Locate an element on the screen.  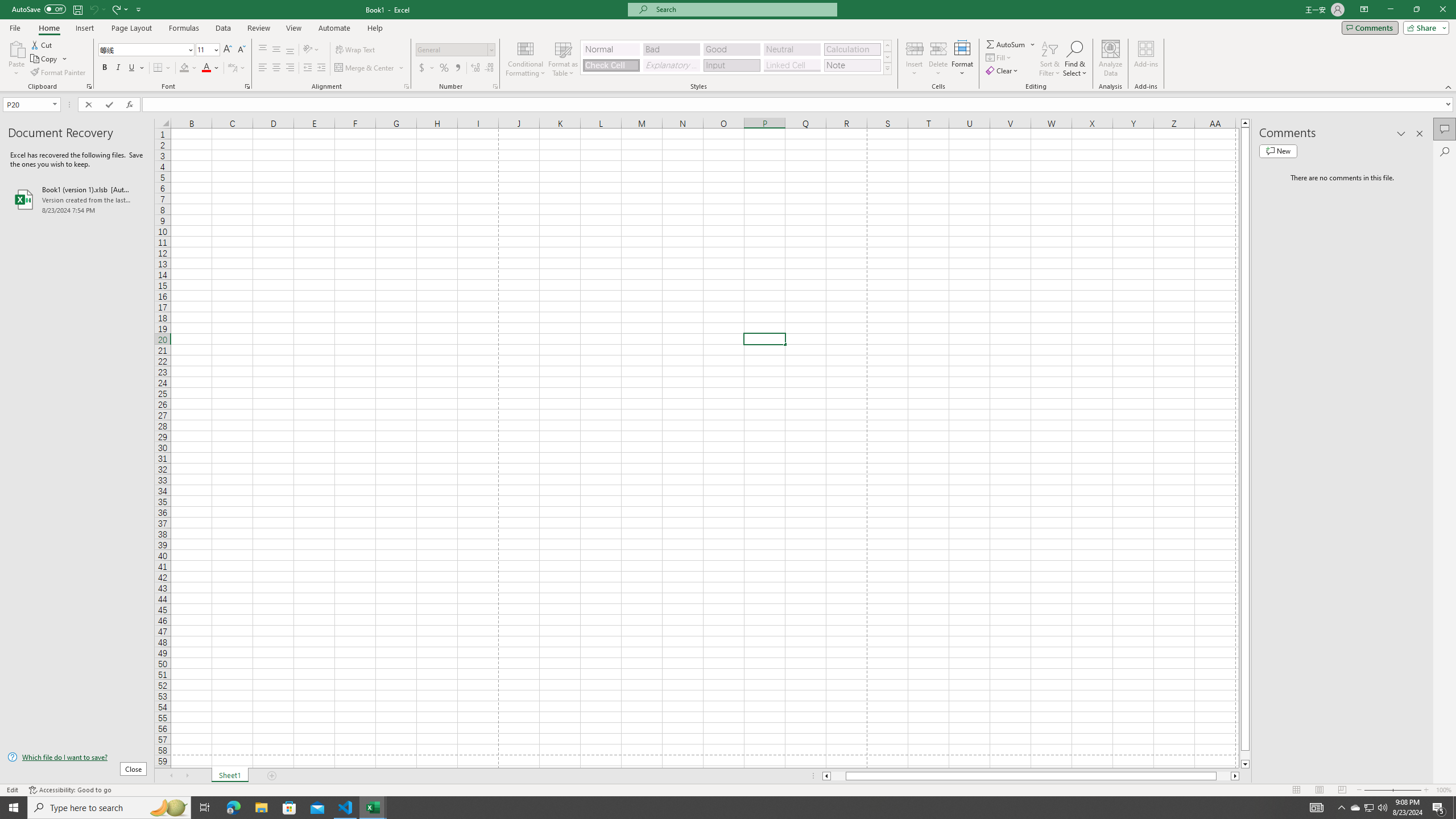
'Explanatory Text' is located at coordinates (672, 65).